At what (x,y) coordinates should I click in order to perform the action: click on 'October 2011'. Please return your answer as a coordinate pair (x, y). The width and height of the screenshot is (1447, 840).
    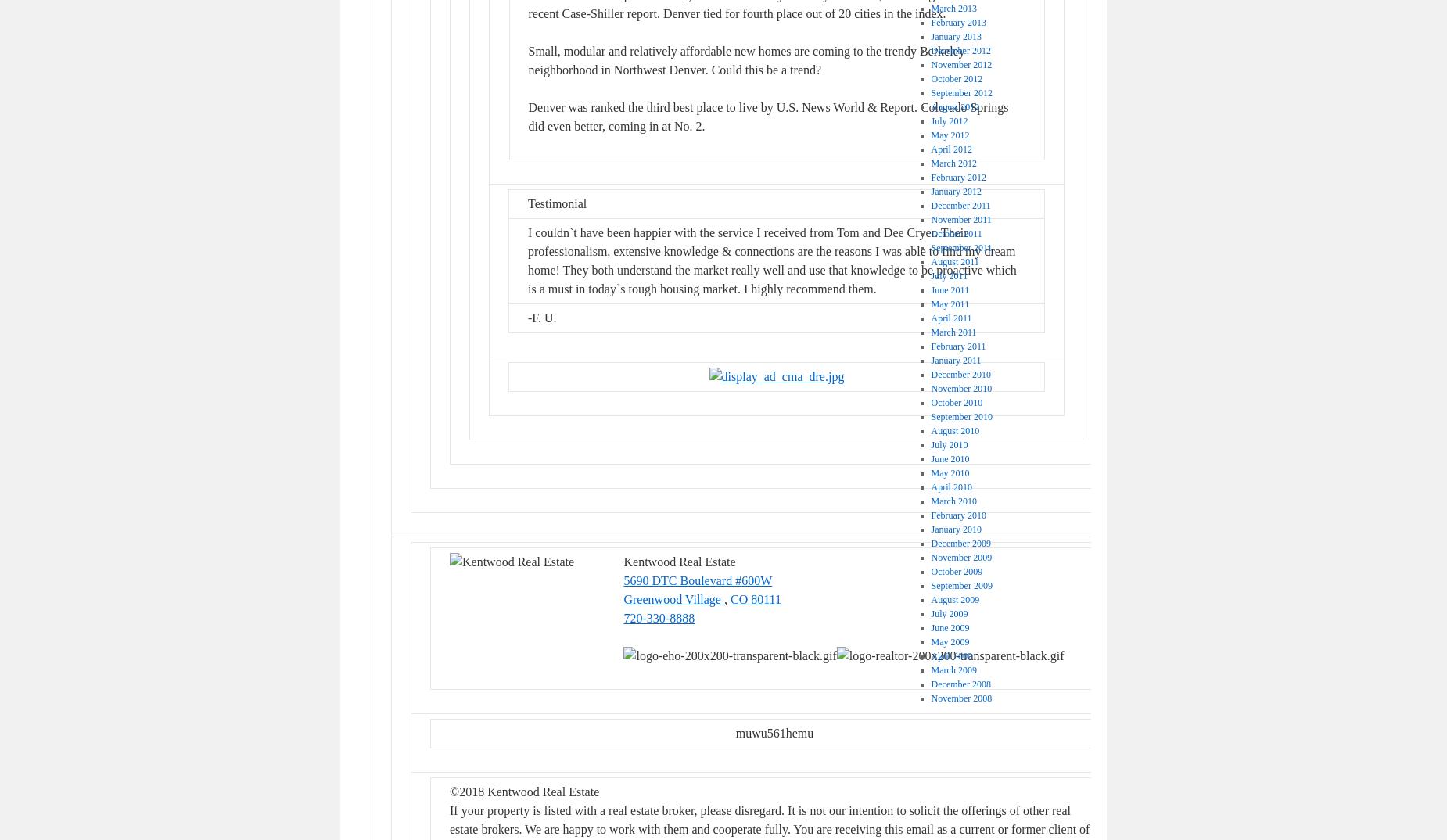
    Looking at the image, I should click on (929, 234).